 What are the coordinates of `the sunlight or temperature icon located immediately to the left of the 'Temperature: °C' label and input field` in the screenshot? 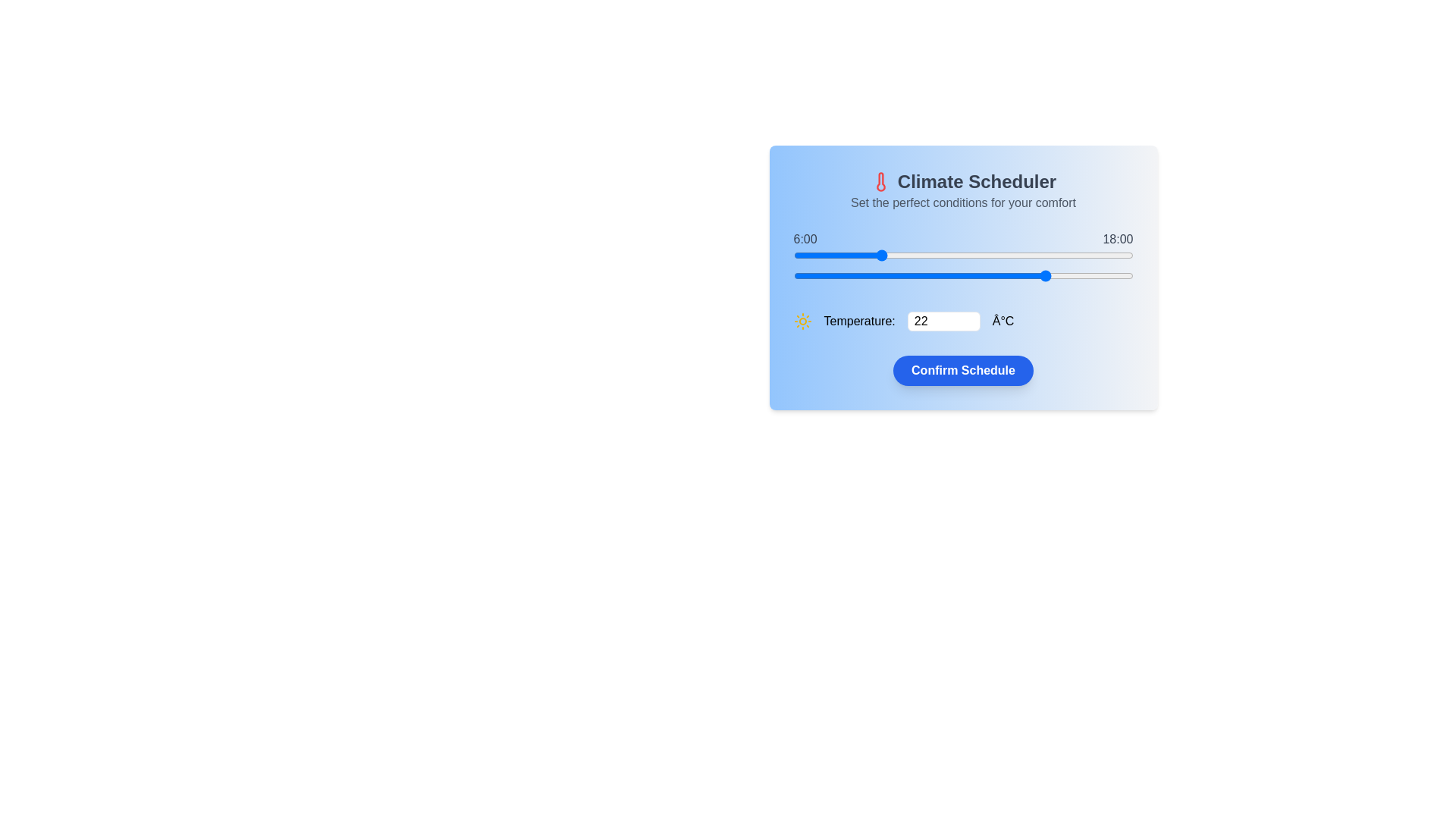 It's located at (802, 321).